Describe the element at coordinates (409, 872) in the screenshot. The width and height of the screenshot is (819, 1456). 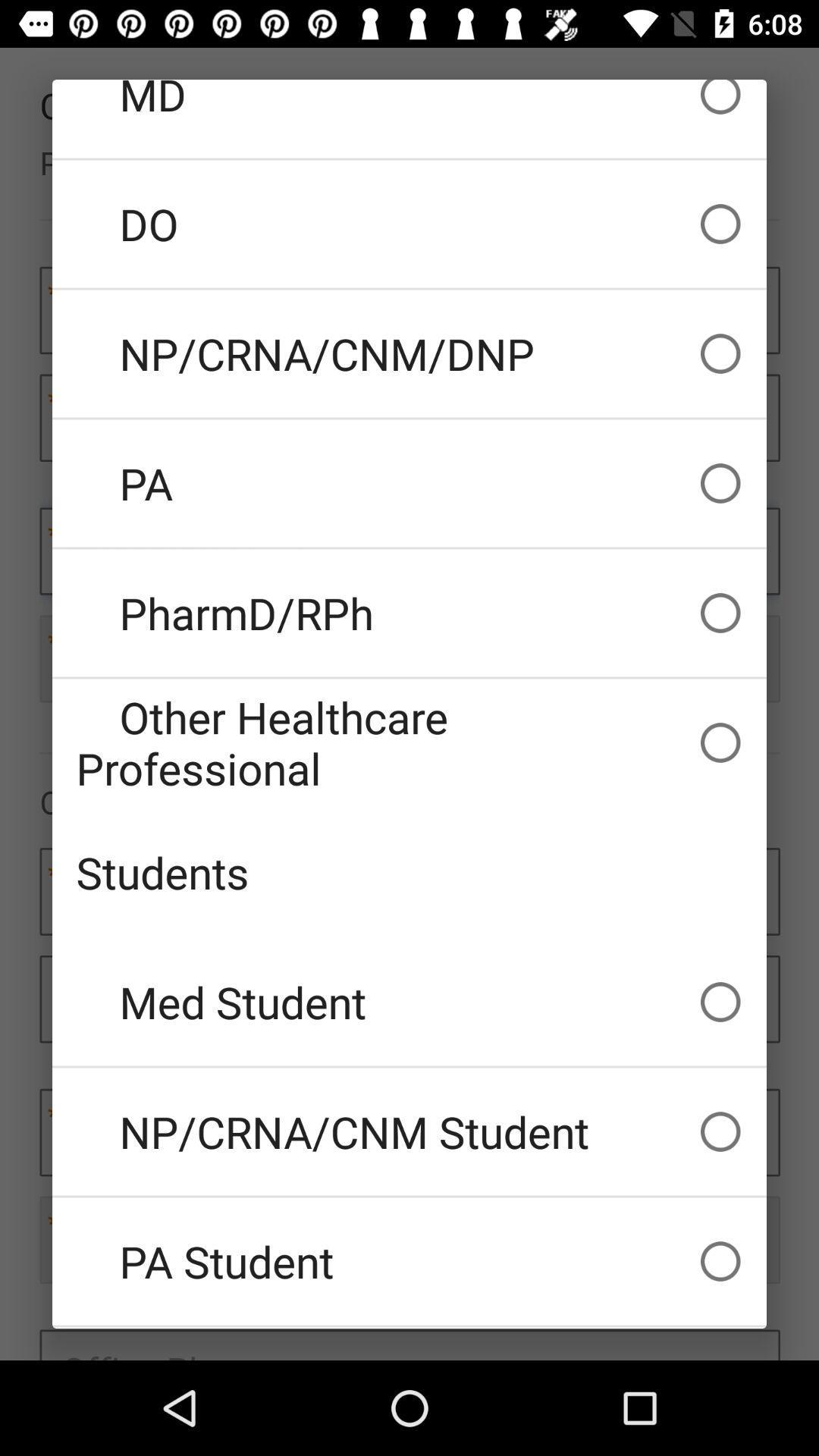
I see `item above     med student` at that location.